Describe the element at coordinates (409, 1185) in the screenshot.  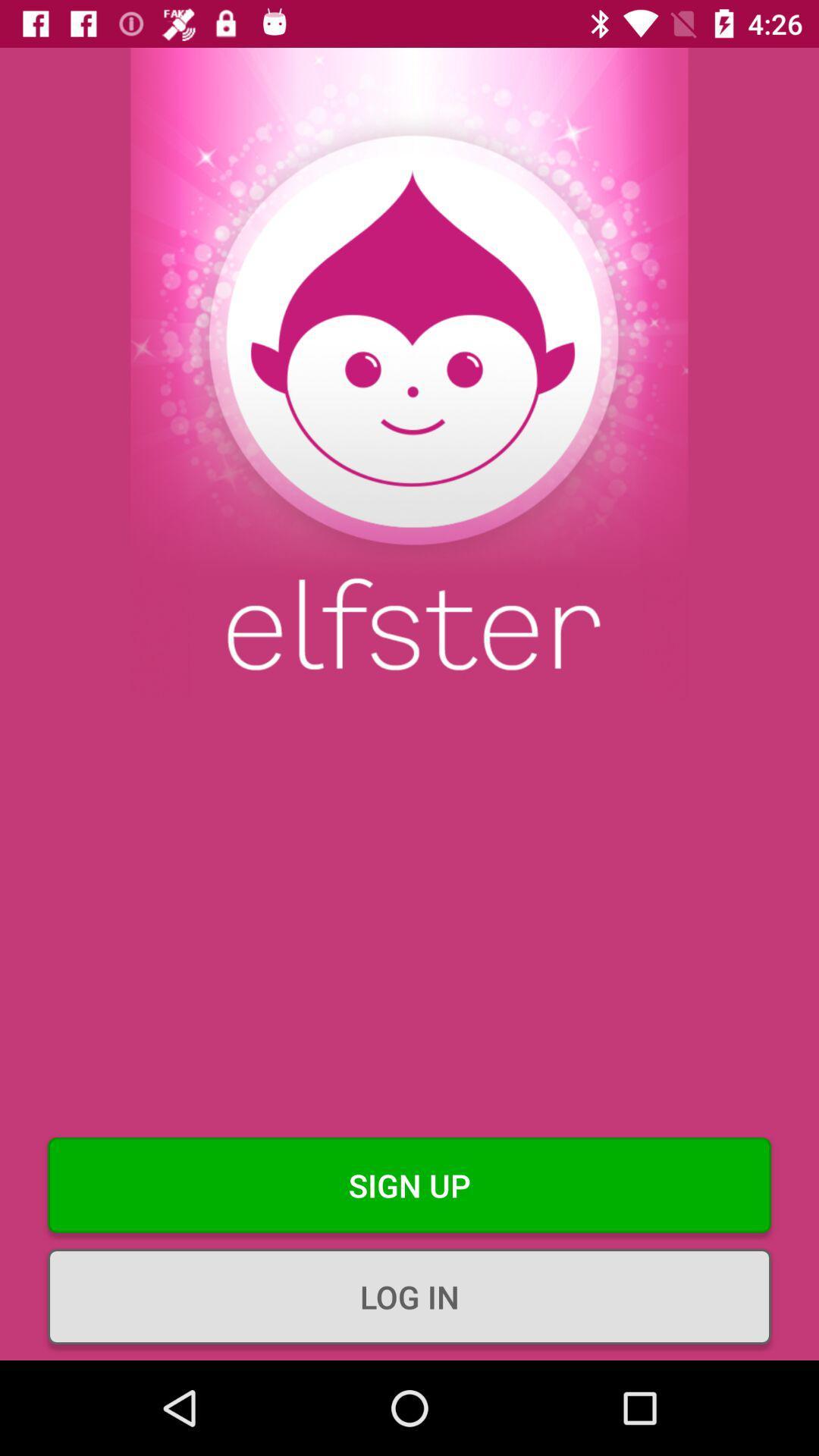
I see `sign up item` at that location.